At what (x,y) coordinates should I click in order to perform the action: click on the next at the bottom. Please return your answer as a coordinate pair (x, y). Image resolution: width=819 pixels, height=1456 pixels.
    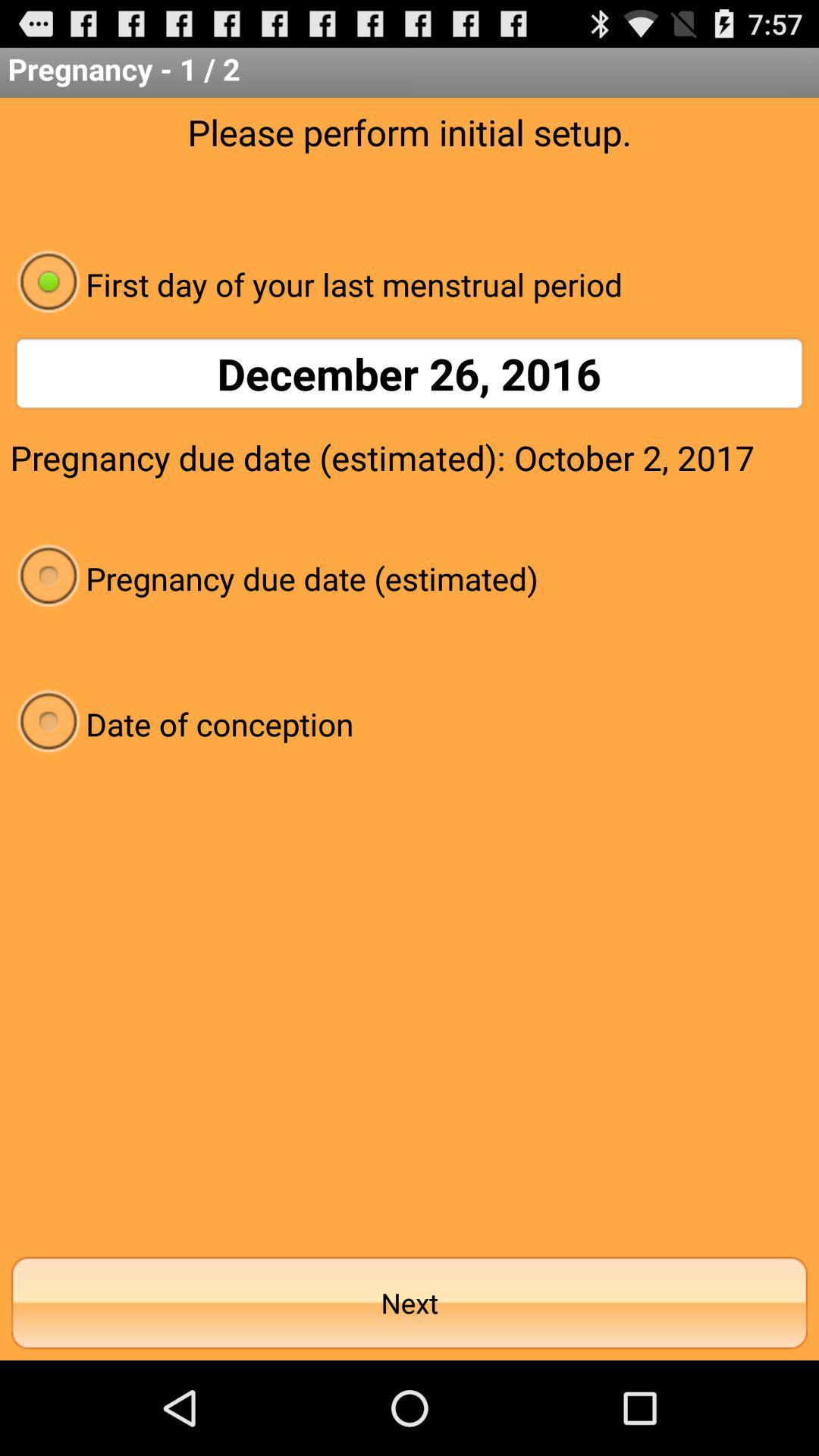
    Looking at the image, I should click on (409, 1302).